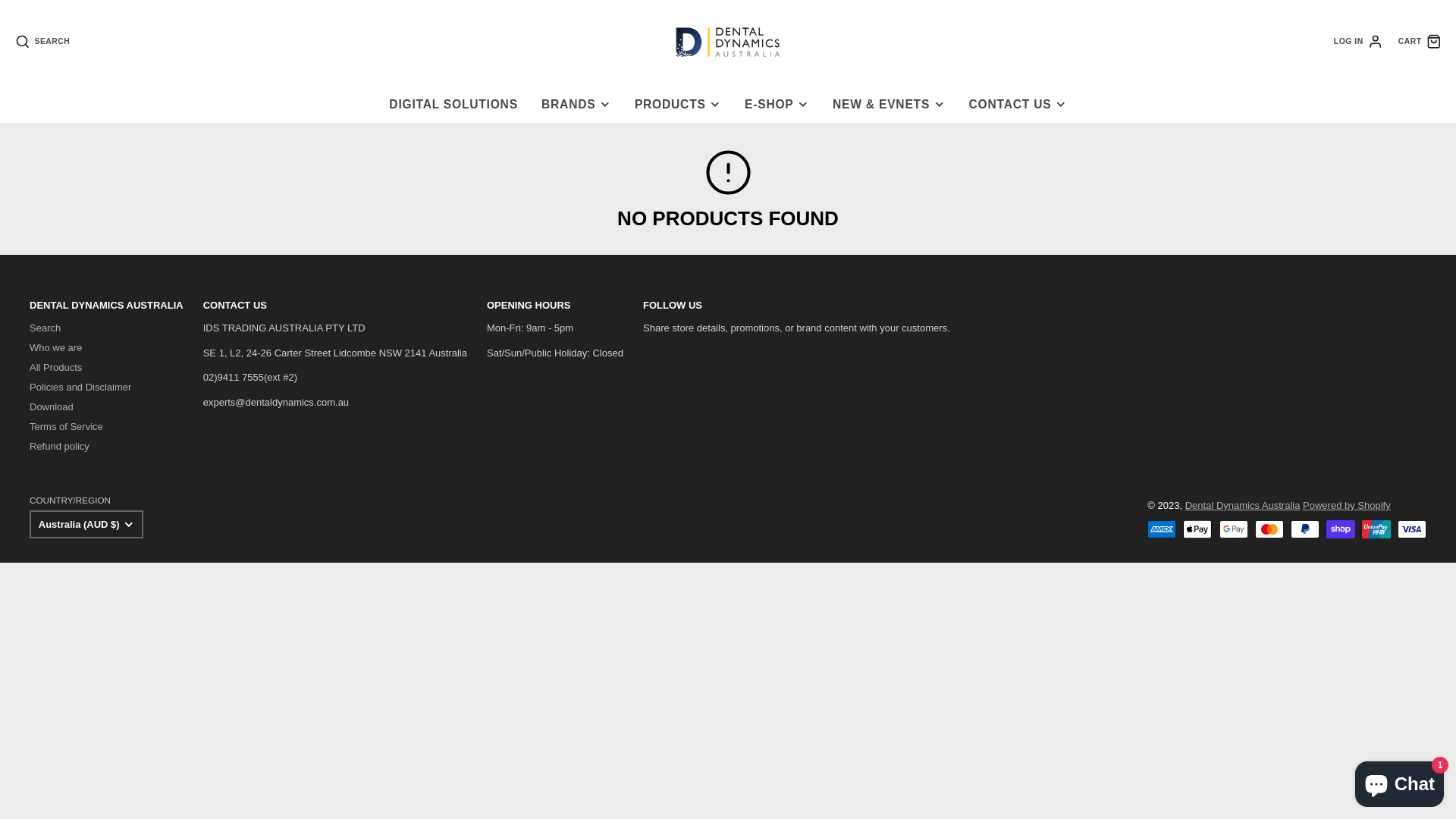  I want to click on 'E-SHOP', so click(776, 103).